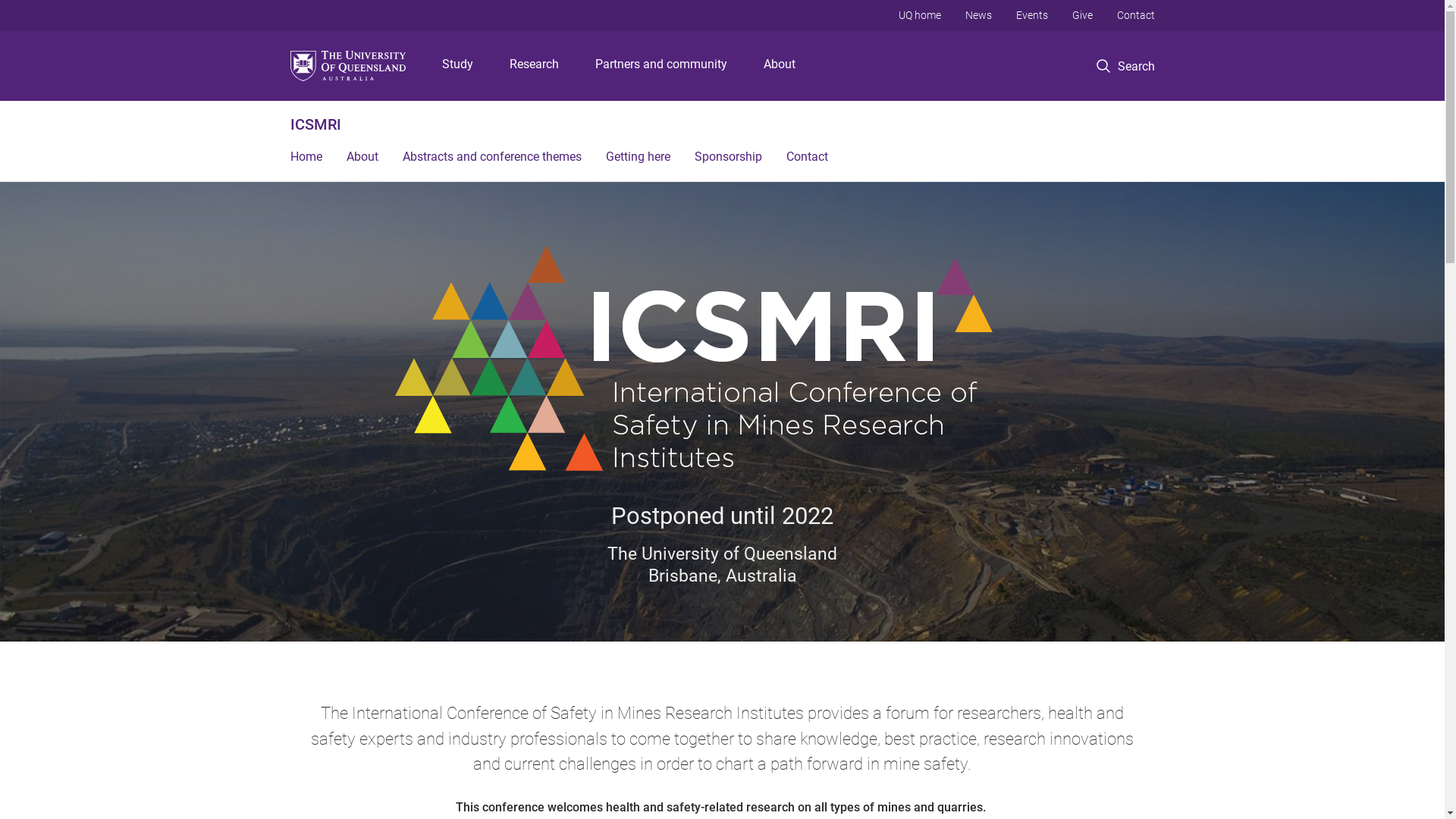 The width and height of the screenshot is (1456, 819). I want to click on 'UQ home', so click(918, 15).